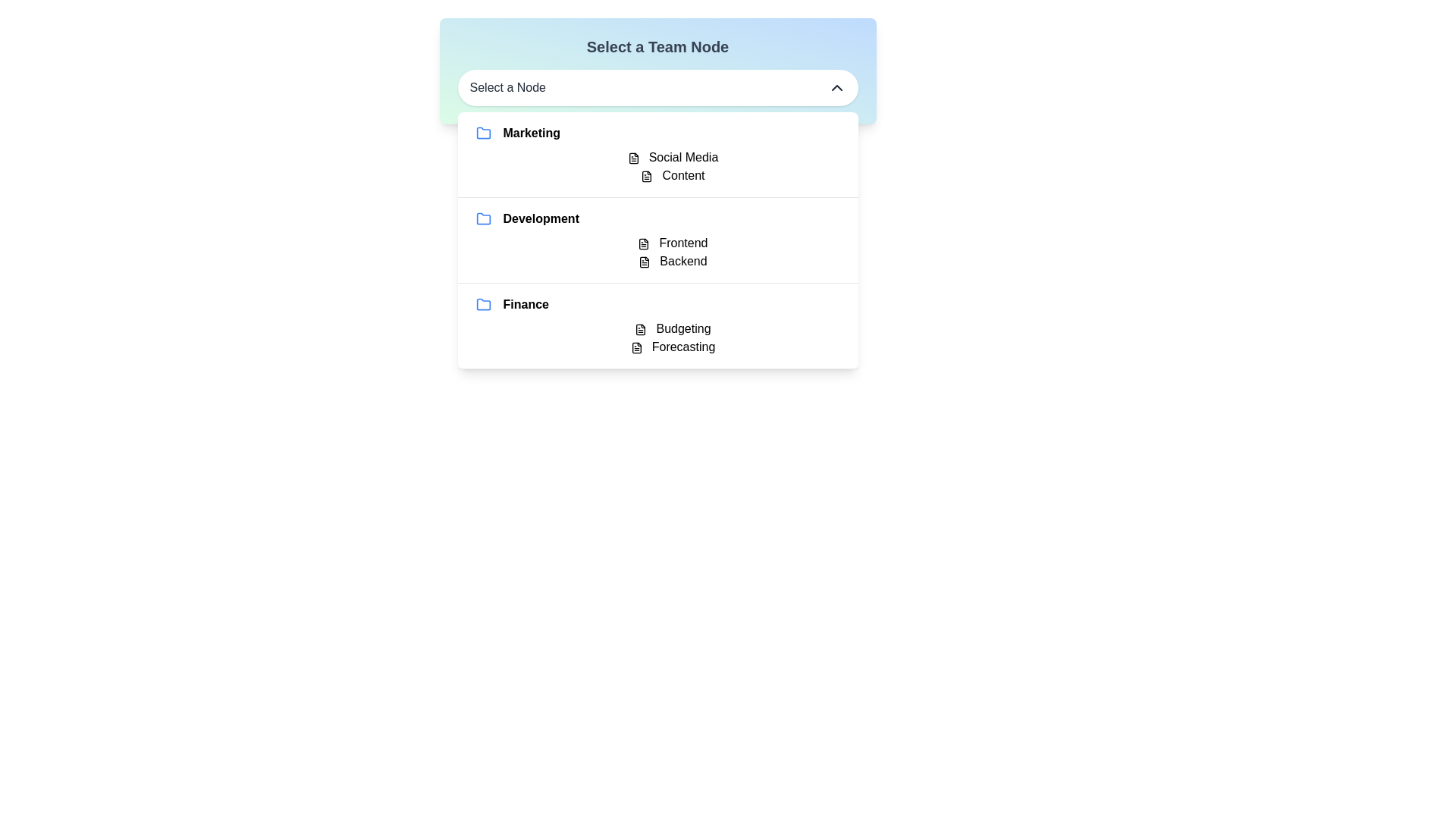 The height and width of the screenshot is (819, 1456). Describe the element at coordinates (657, 240) in the screenshot. I see `a specific option in the dropdown menu located directly below the 'Select a Team Node' label, which contains sections for 'Marketing', 'Development', and 'Finance'` at that location.